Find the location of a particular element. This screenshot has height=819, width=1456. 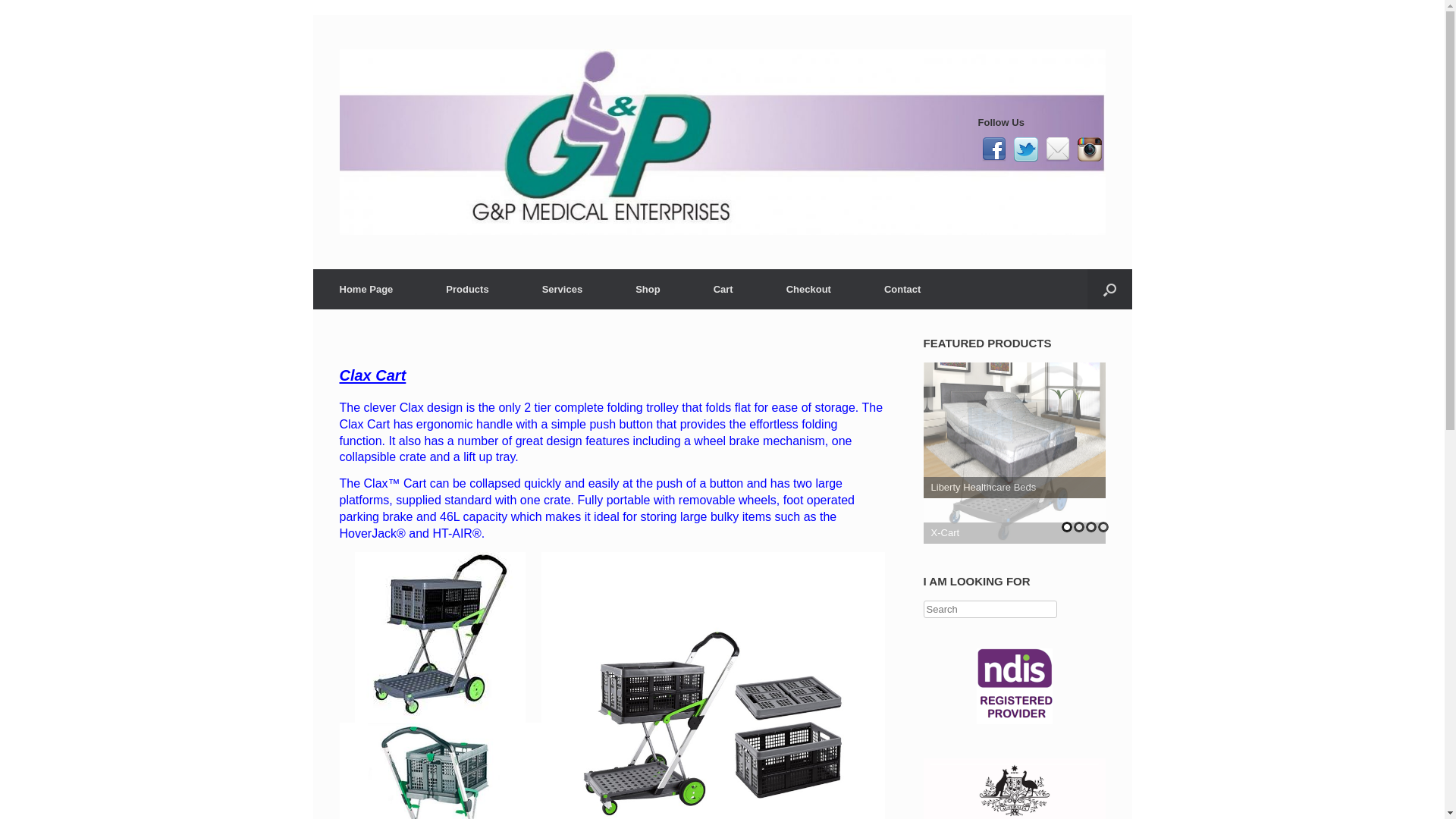

'Shop' is located at coordinates (648, 289).